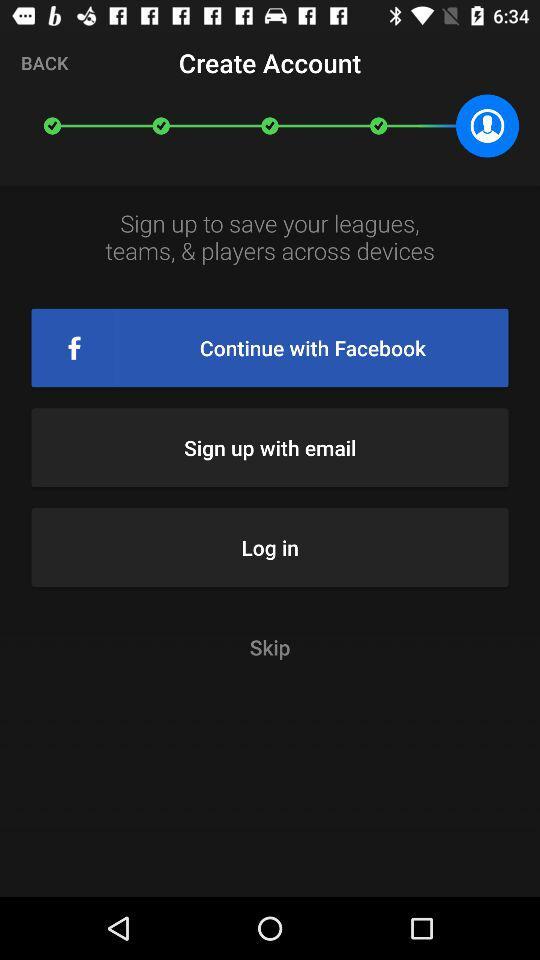  I want to click on back, so click(44, 62).